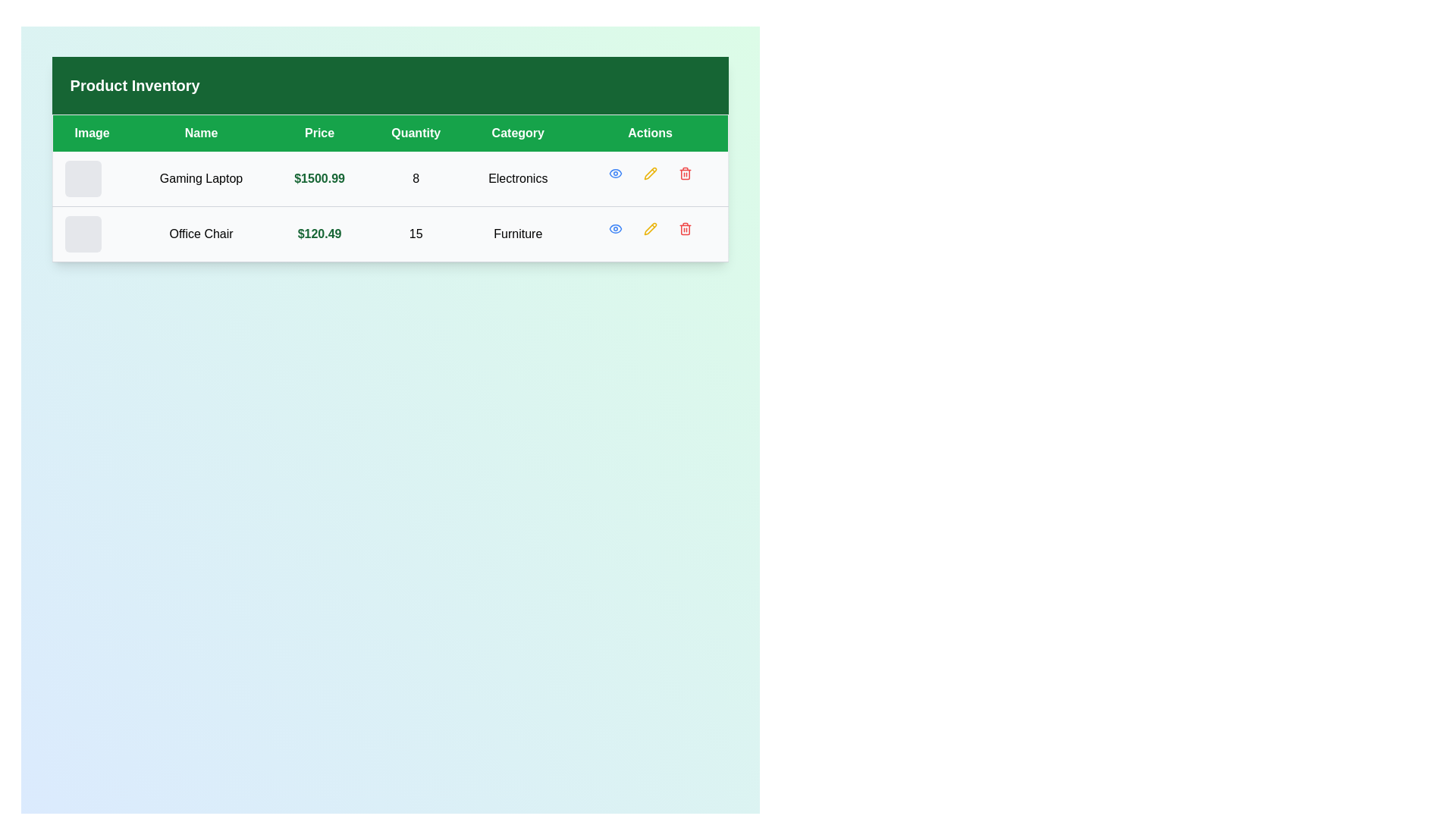 The width and height of the screenshot is (1456, 819). What do you see at coordinates (650, 132) in the screenshot?
I see `the 'Actions' column header, which displays bold white text against a green background, positioned as the last header in the row` at bounding box center [650, 132].